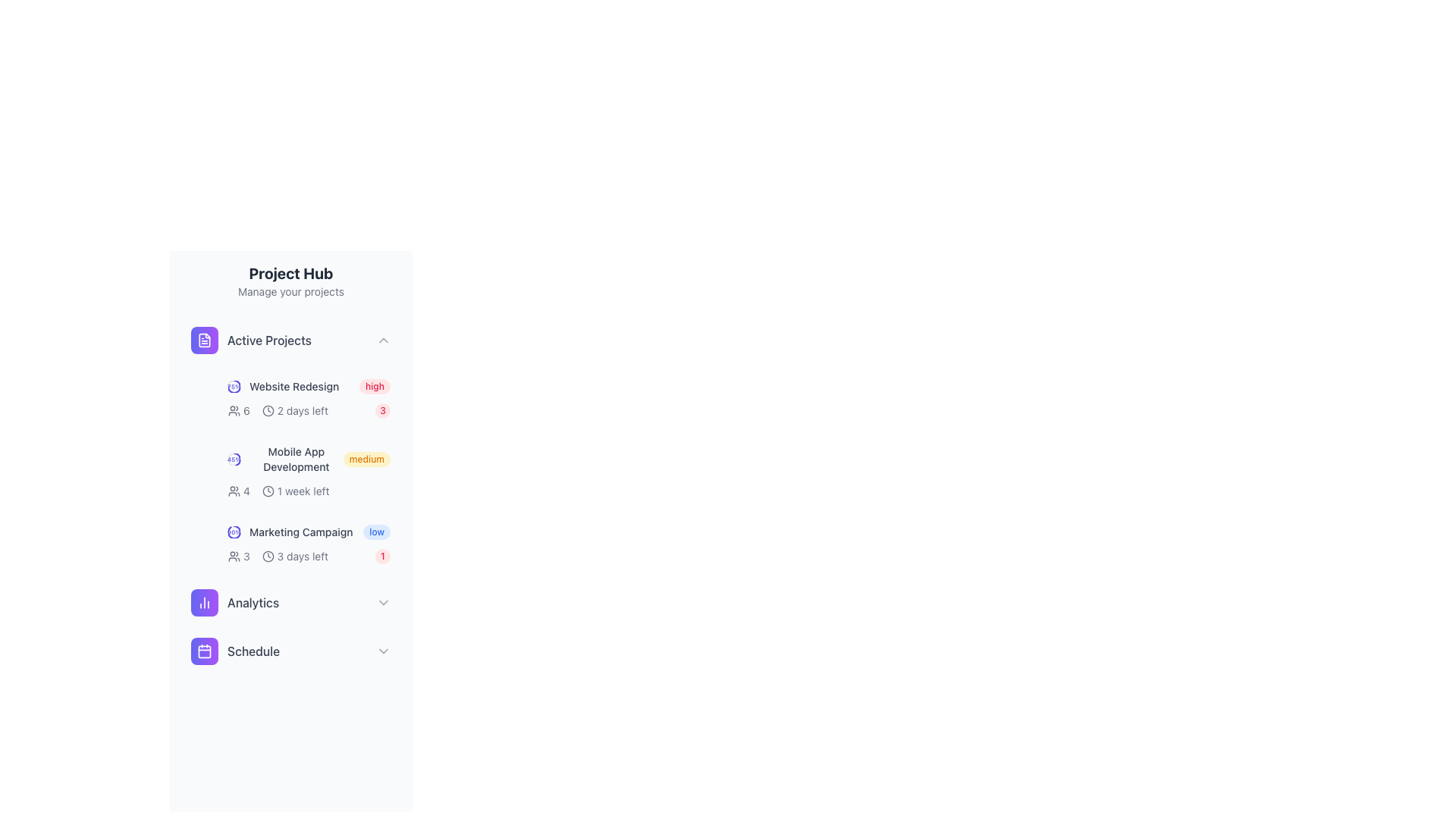 This screenshot has height=819, width=1456. What do you see at coordinates (233, 532) in the screenshot?
I see `the progress indicator icon that shows '90%' to the left of the 'Marketing Campaign' label in the Active Projects section` at bounding box center [233, 532].